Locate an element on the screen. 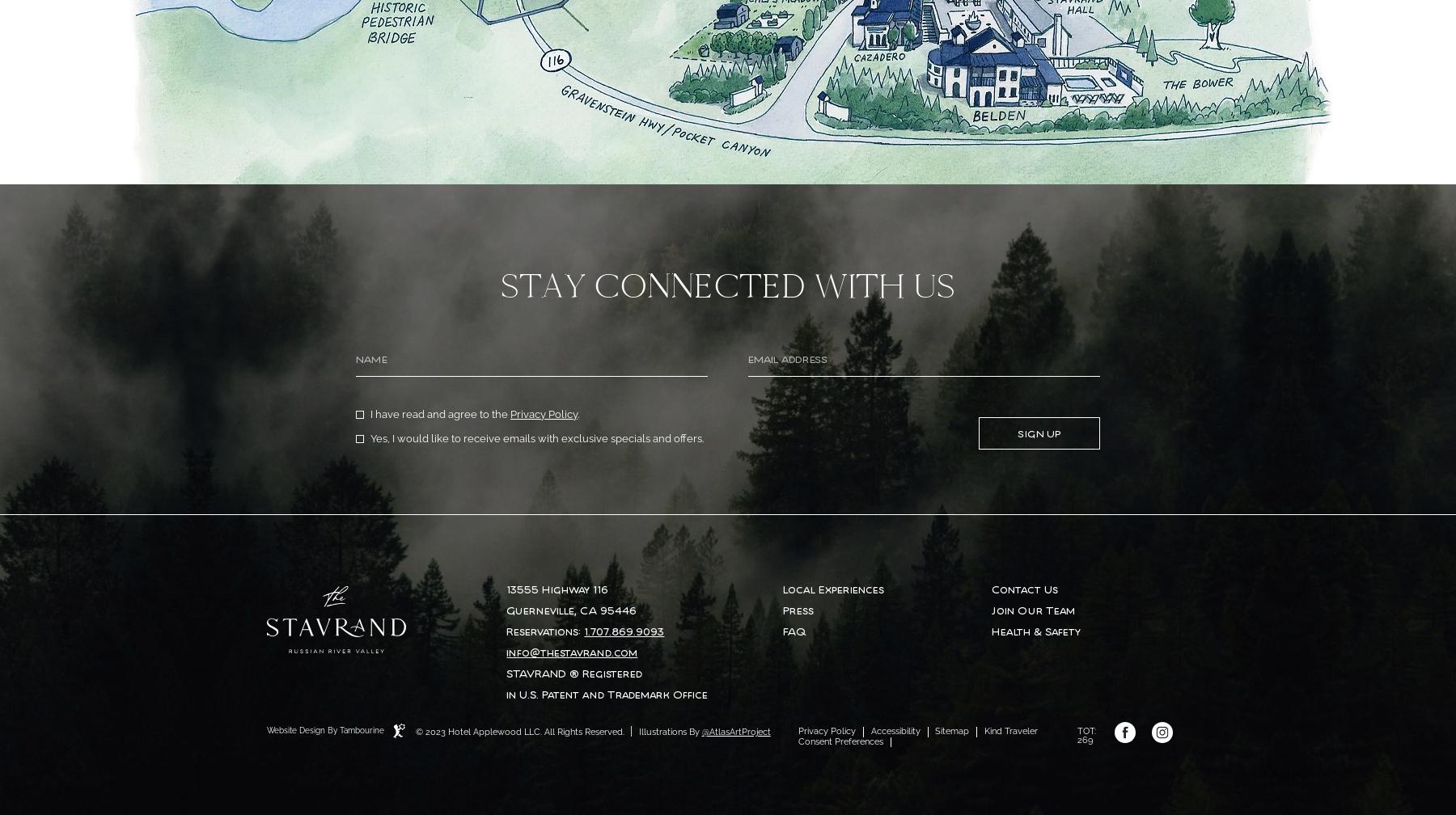 The height and width of the screenshot is (815, 1456). 'Illustrations By' is located at coordinates (635, 731).